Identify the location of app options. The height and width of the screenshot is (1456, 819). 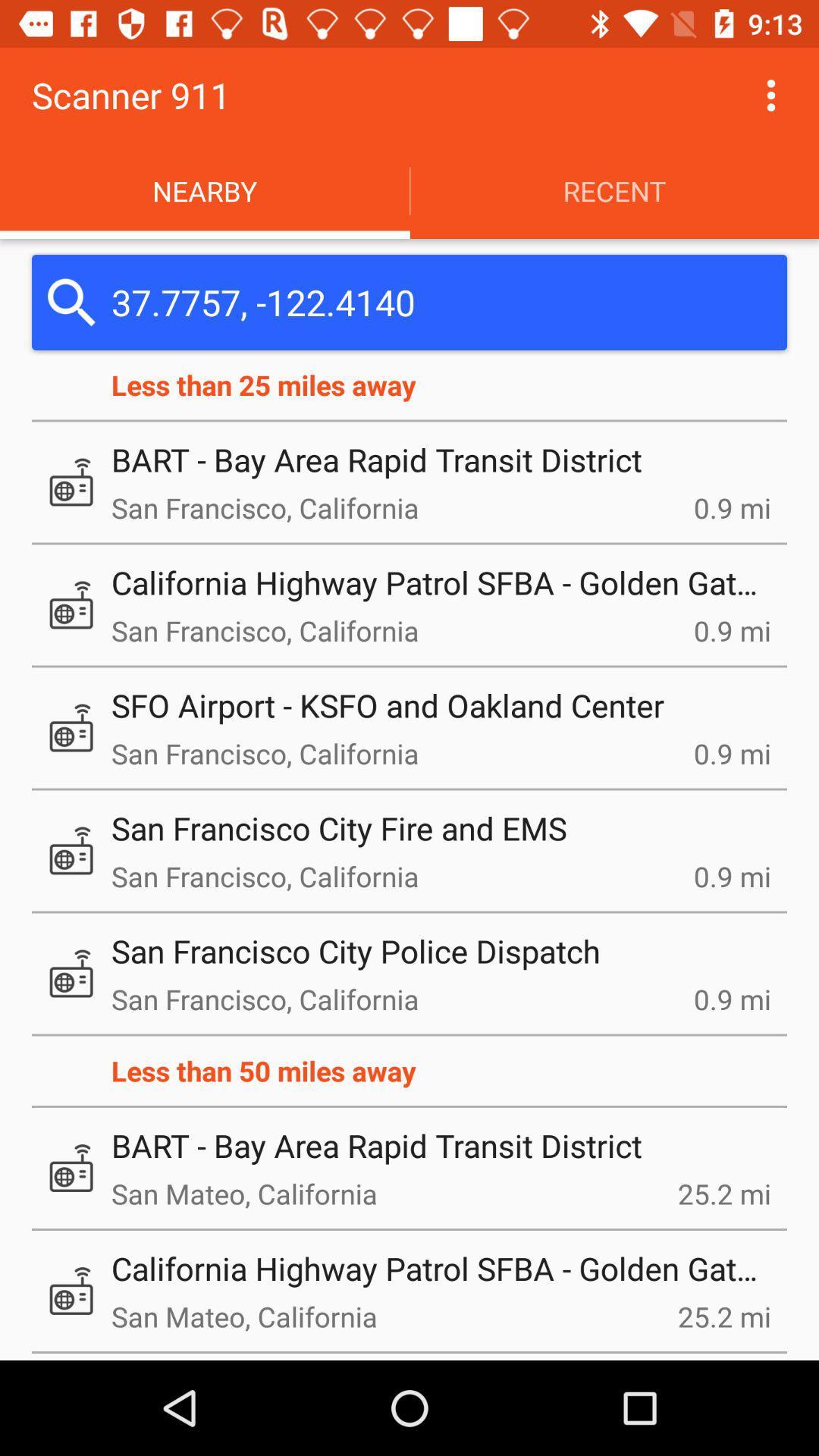
(771, 94).